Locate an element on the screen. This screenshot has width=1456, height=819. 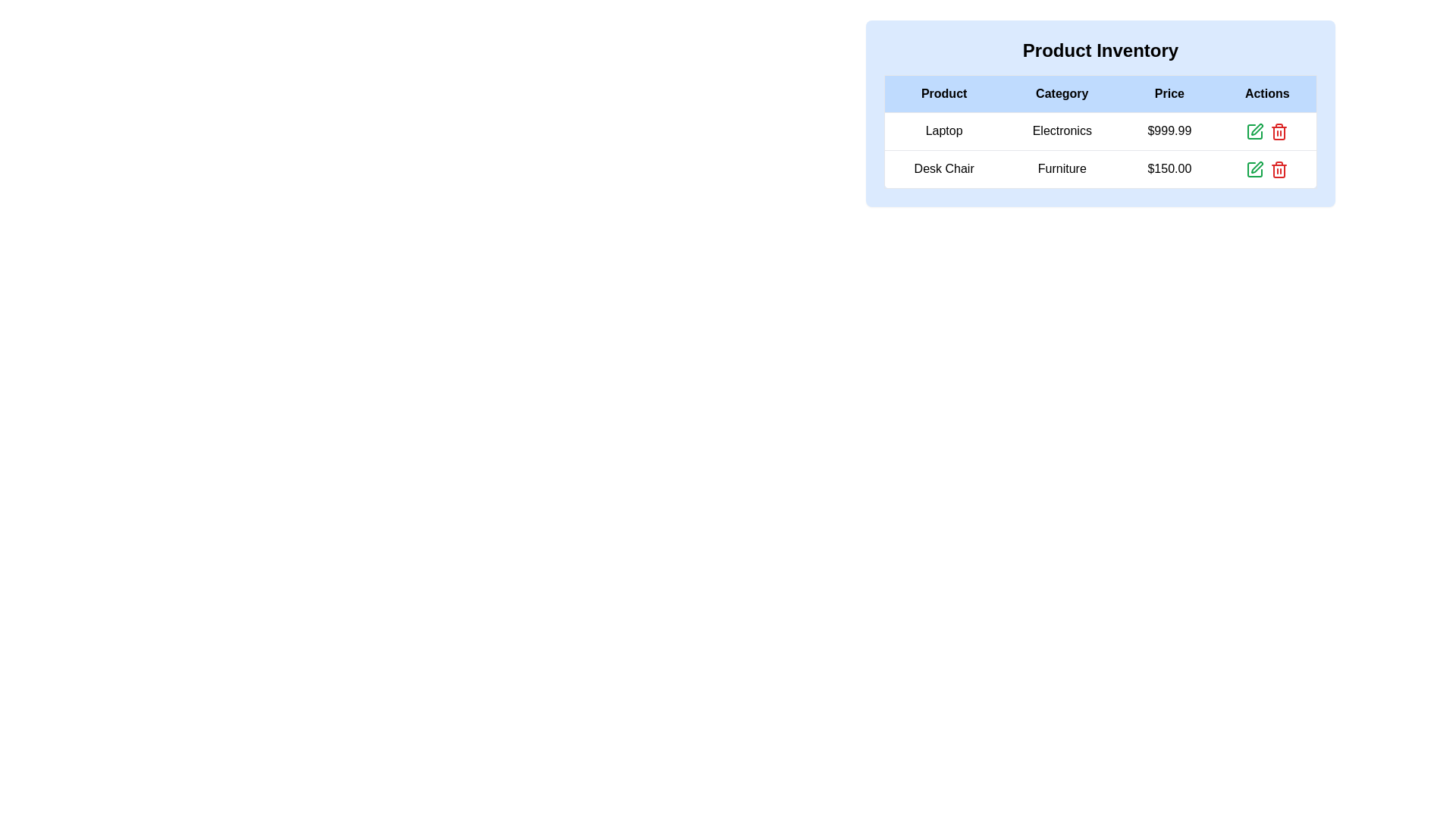
the static text element displaying the category 'Furniture' located in the second row of the table under the 'Category' column is located at coordinates (1061, 169).